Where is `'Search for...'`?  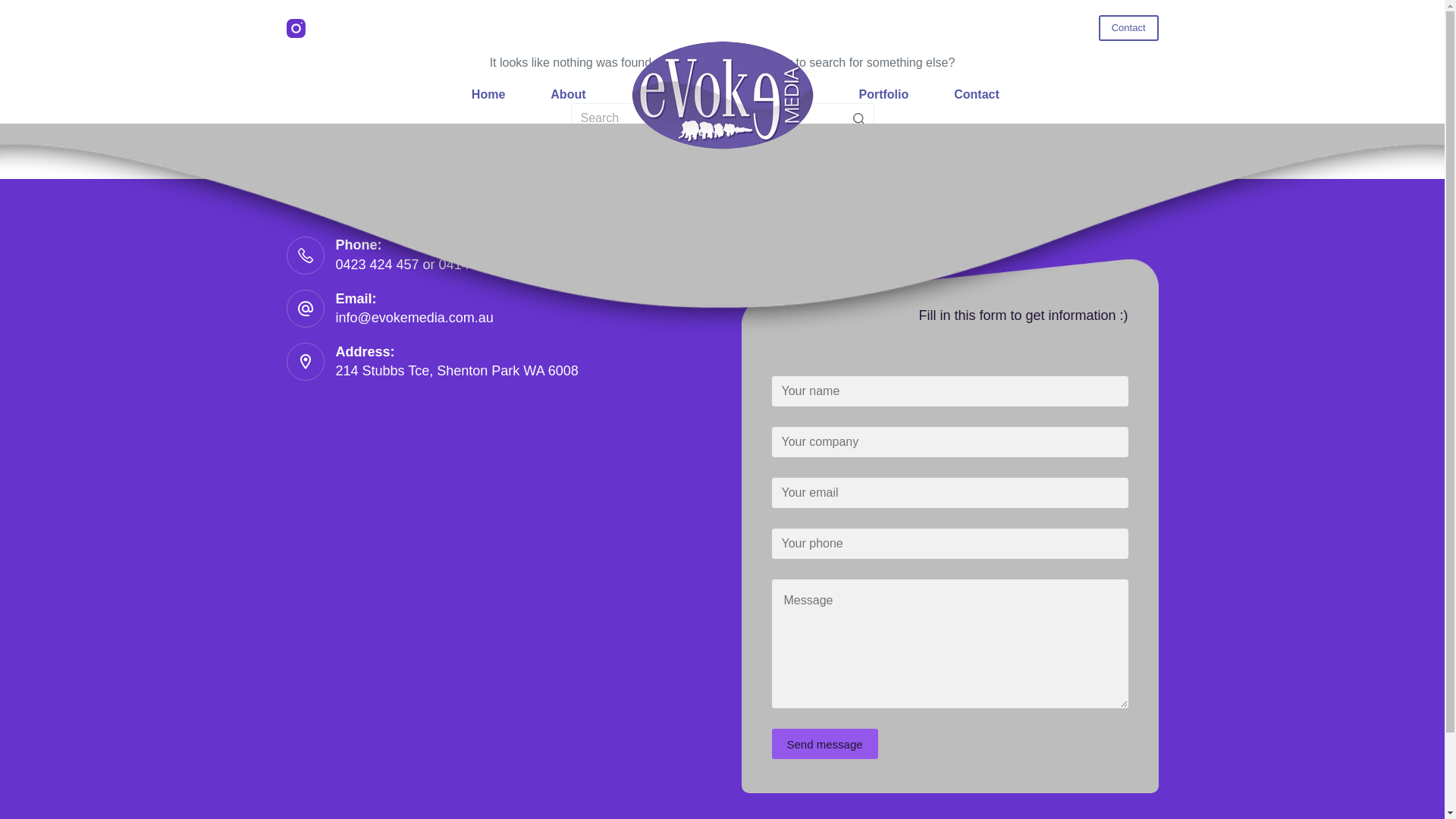
'Search for...' is located at coordinates (720, 117).